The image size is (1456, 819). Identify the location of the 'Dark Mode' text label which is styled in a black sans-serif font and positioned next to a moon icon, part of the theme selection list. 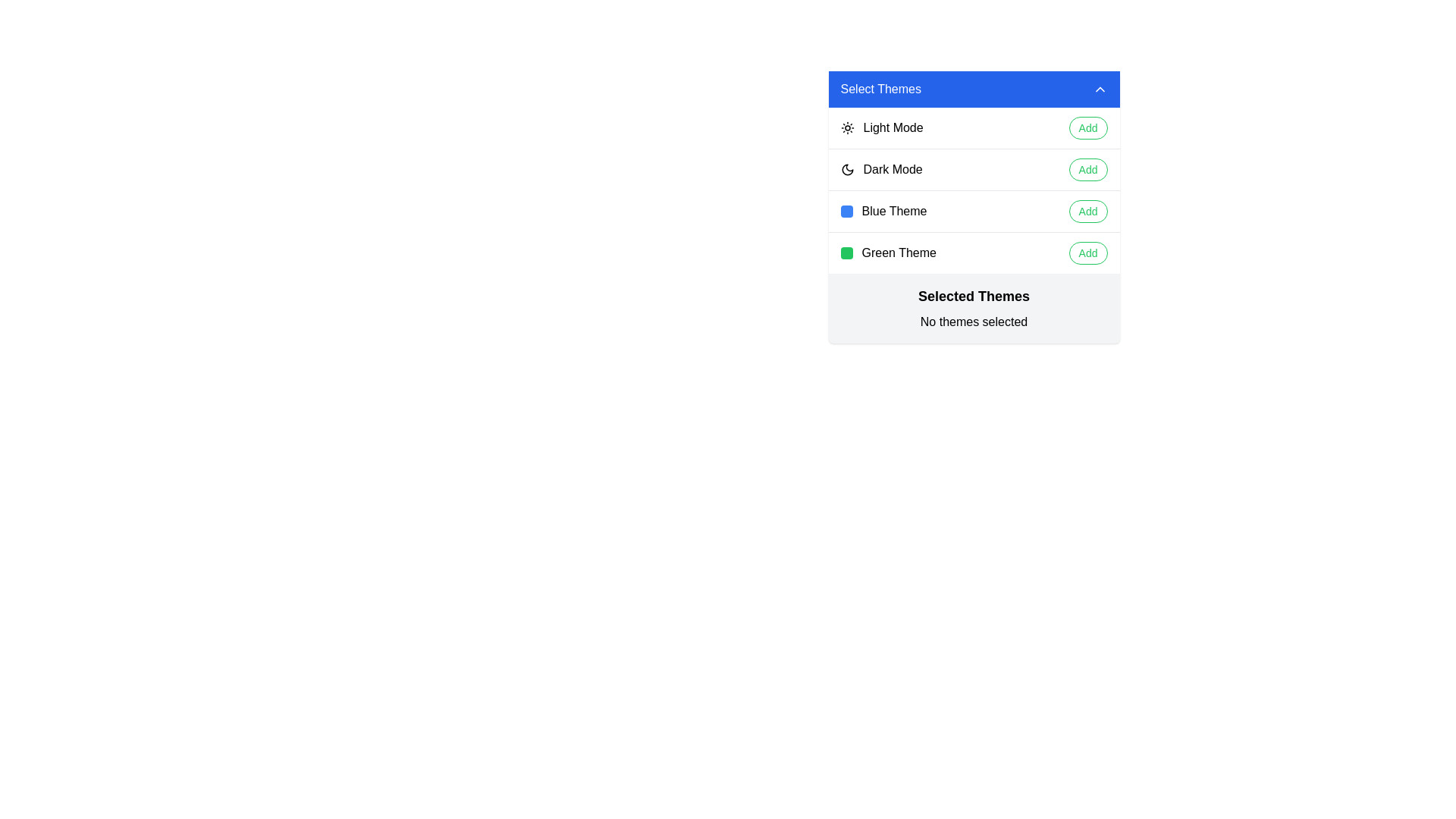
(893, 169).